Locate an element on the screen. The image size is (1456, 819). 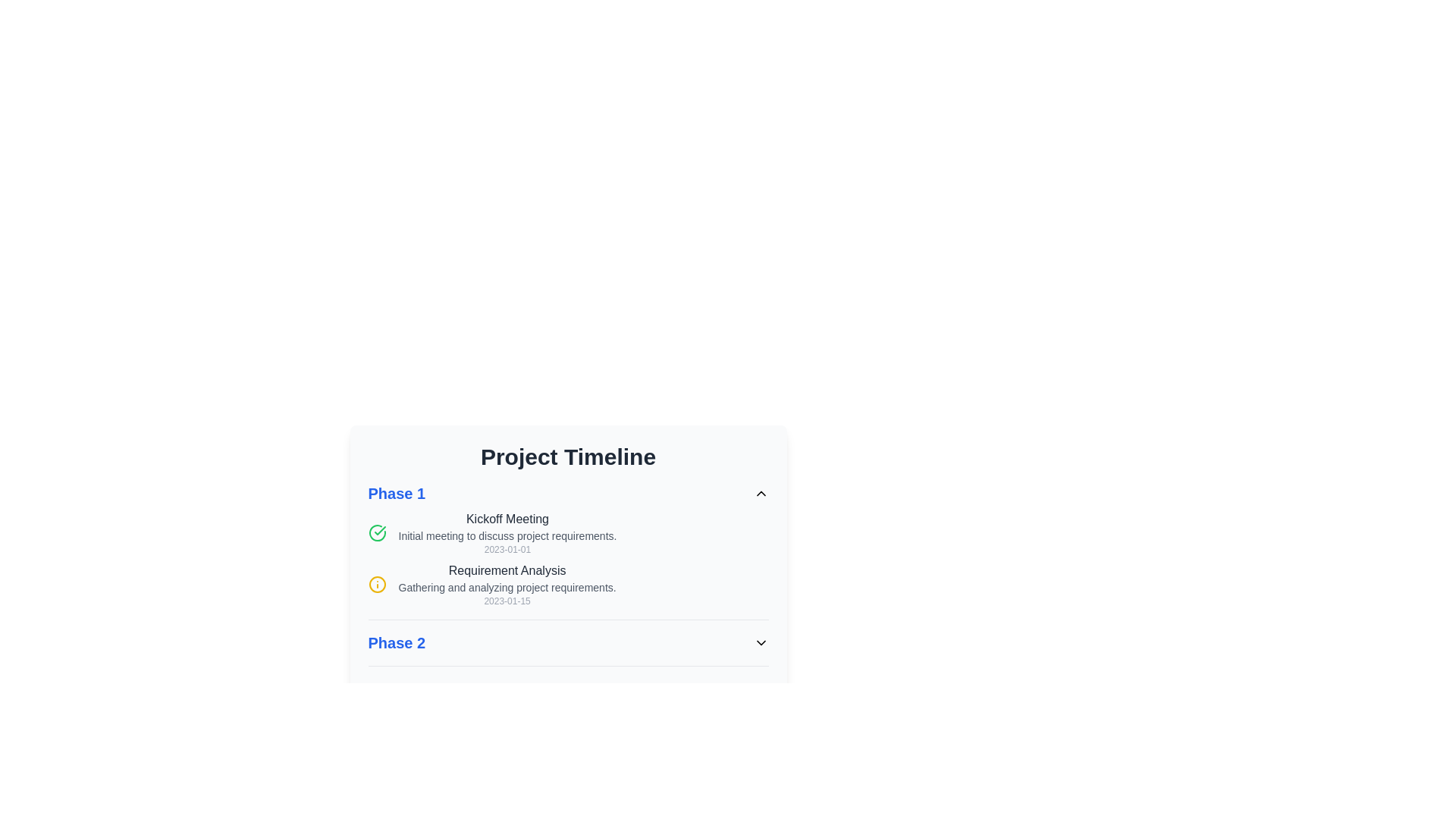
the static text label displaying 'Initial meeting to discuss project requirements.' which is located under the heading 'Kickoff Meeting' in the timeline section is located at coordinates (507, 535).